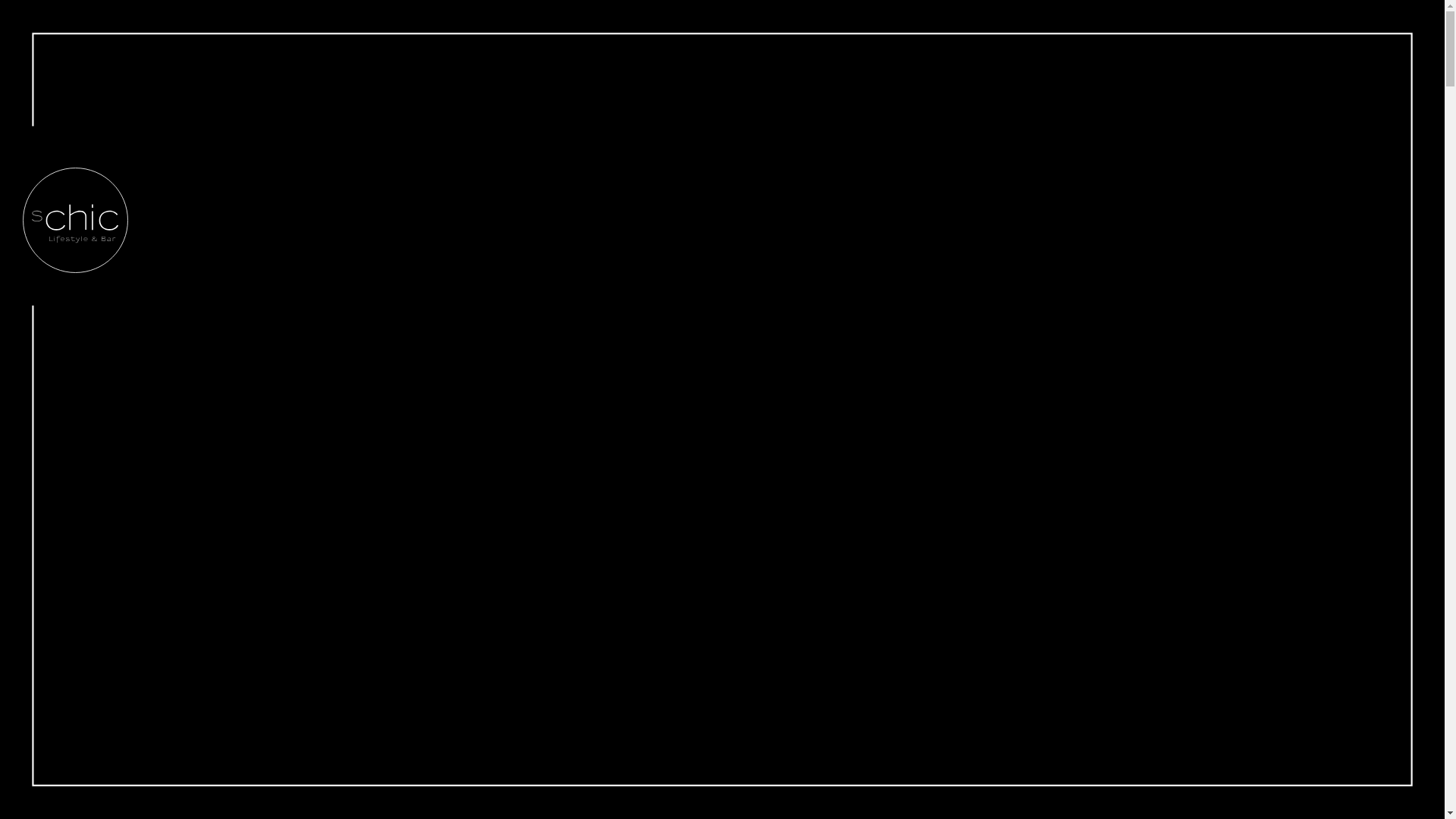 The width and height of the screenshot is (1456, 819). I want to click on 'sChic Bar', so click(74, 268).